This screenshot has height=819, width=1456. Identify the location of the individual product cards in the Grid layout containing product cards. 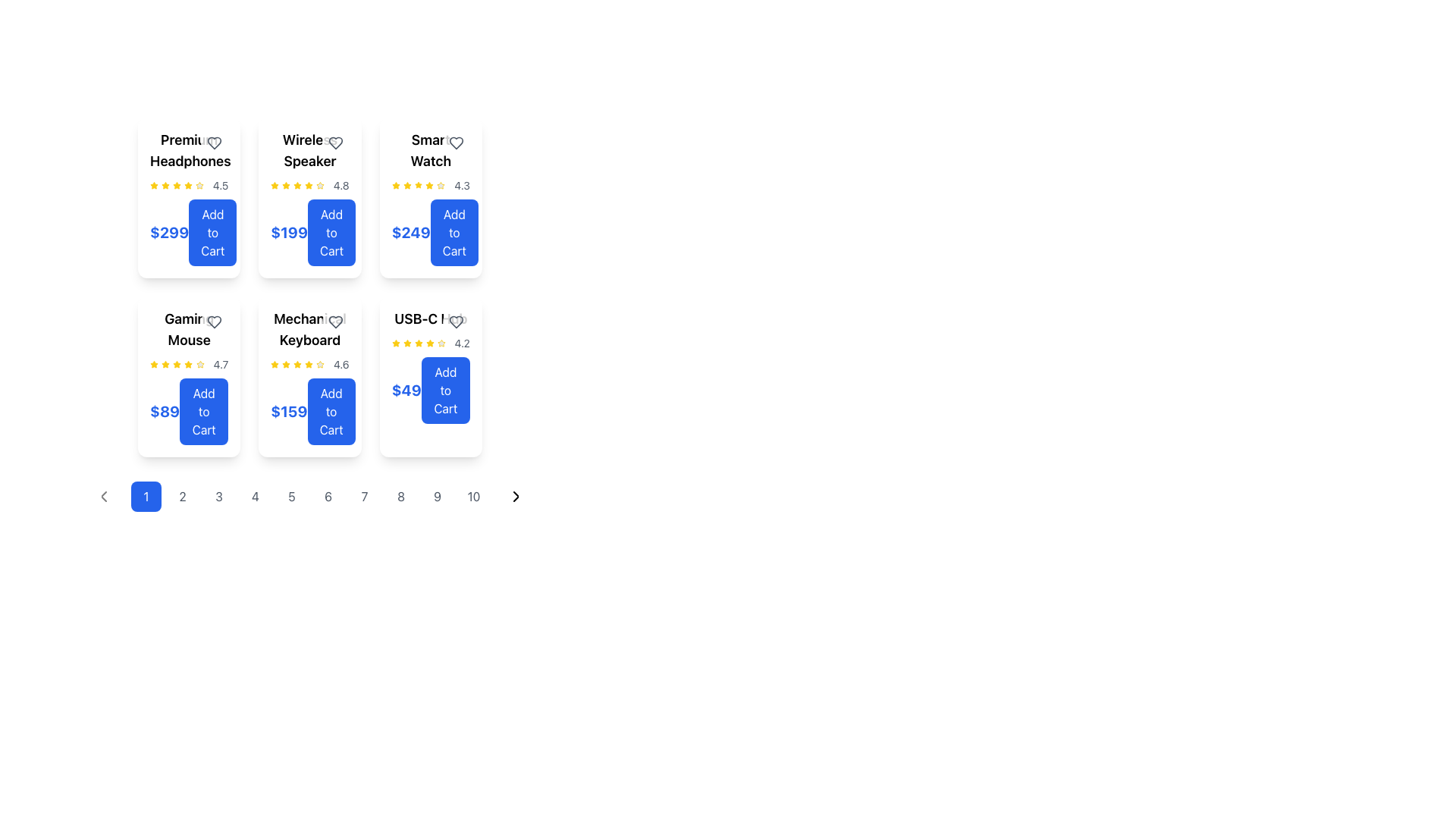
(309, 287).